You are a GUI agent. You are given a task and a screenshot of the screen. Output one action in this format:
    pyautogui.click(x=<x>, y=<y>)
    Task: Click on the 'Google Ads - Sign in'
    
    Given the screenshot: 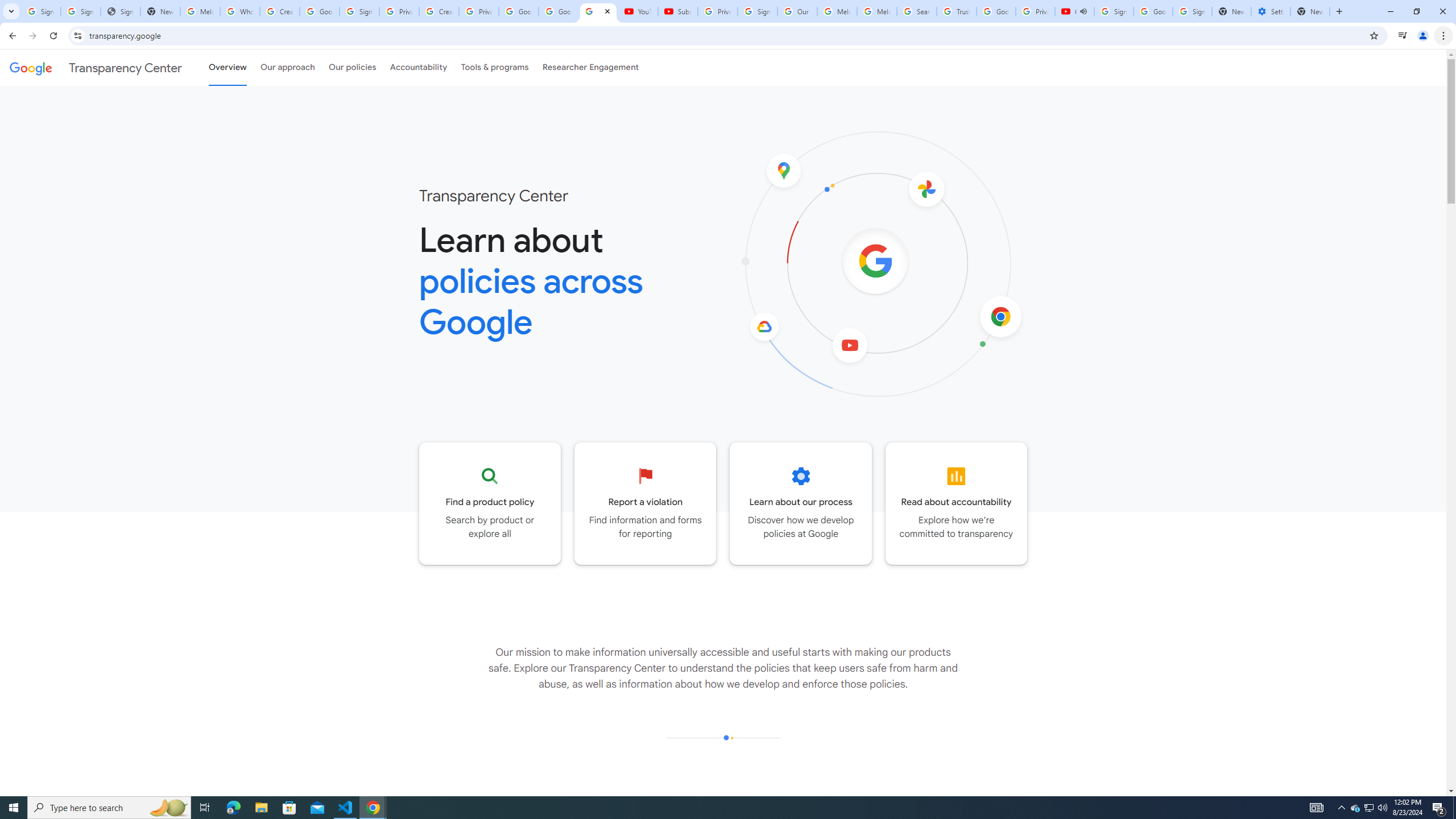 What is the action you would take?
    pyautogui.click(x=995, y=11)
    